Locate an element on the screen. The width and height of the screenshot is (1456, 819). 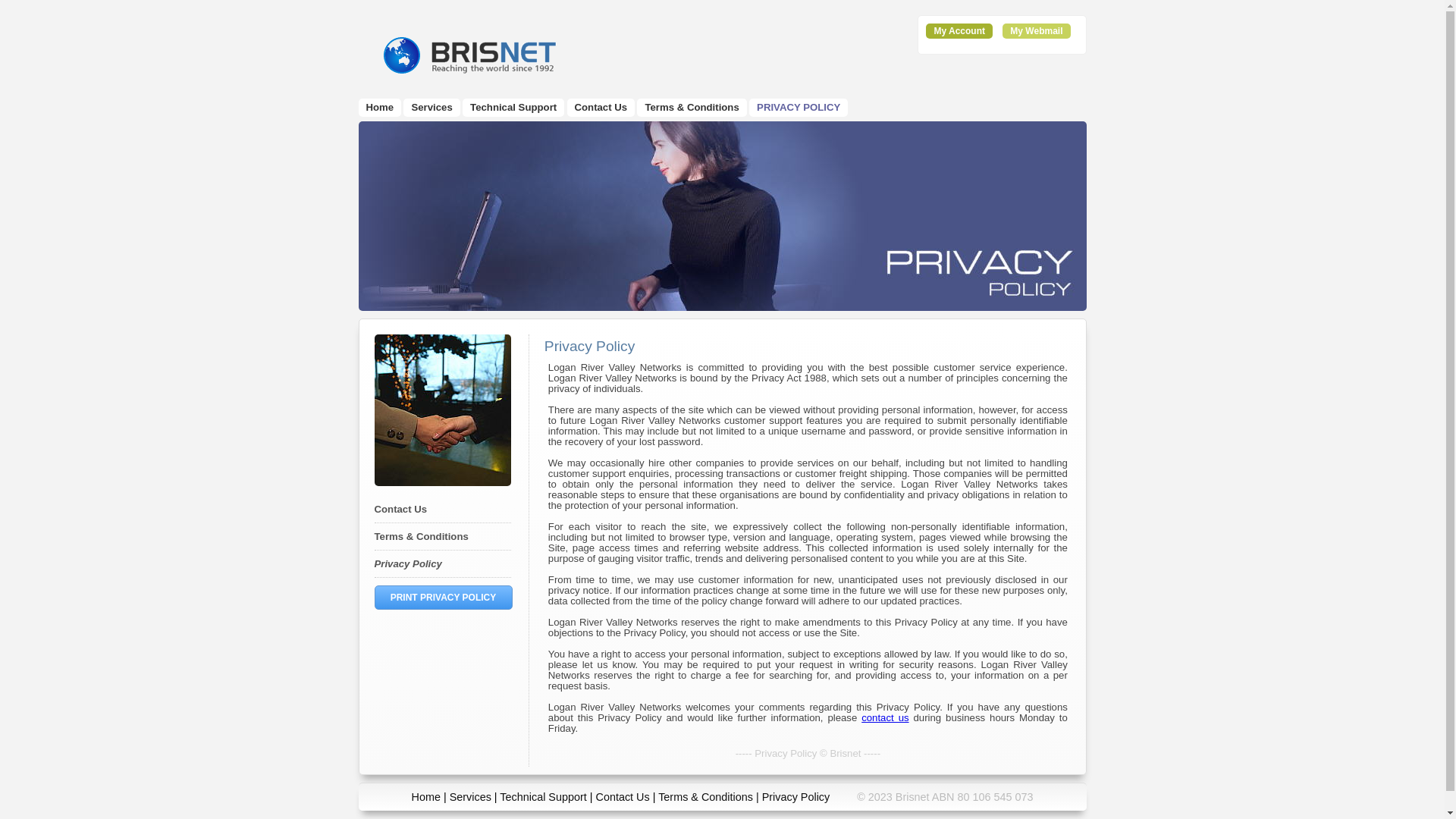
'Terms & Conditions' is located at coordinates (422, 535).